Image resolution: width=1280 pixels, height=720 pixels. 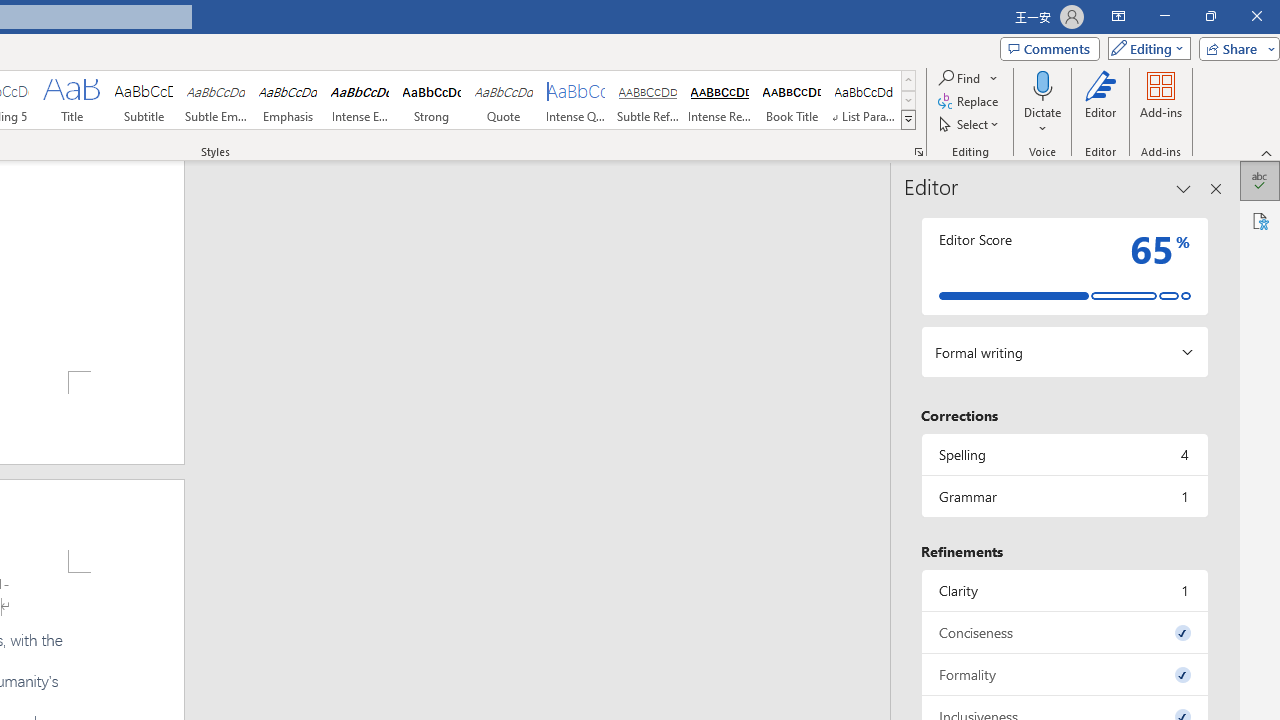 What do you see at coordinates (1063, 454) in the screenshot?
I see `'Spelling, 4 issues. Press space or enter to review items.'` at bounding box center [1063, 454].